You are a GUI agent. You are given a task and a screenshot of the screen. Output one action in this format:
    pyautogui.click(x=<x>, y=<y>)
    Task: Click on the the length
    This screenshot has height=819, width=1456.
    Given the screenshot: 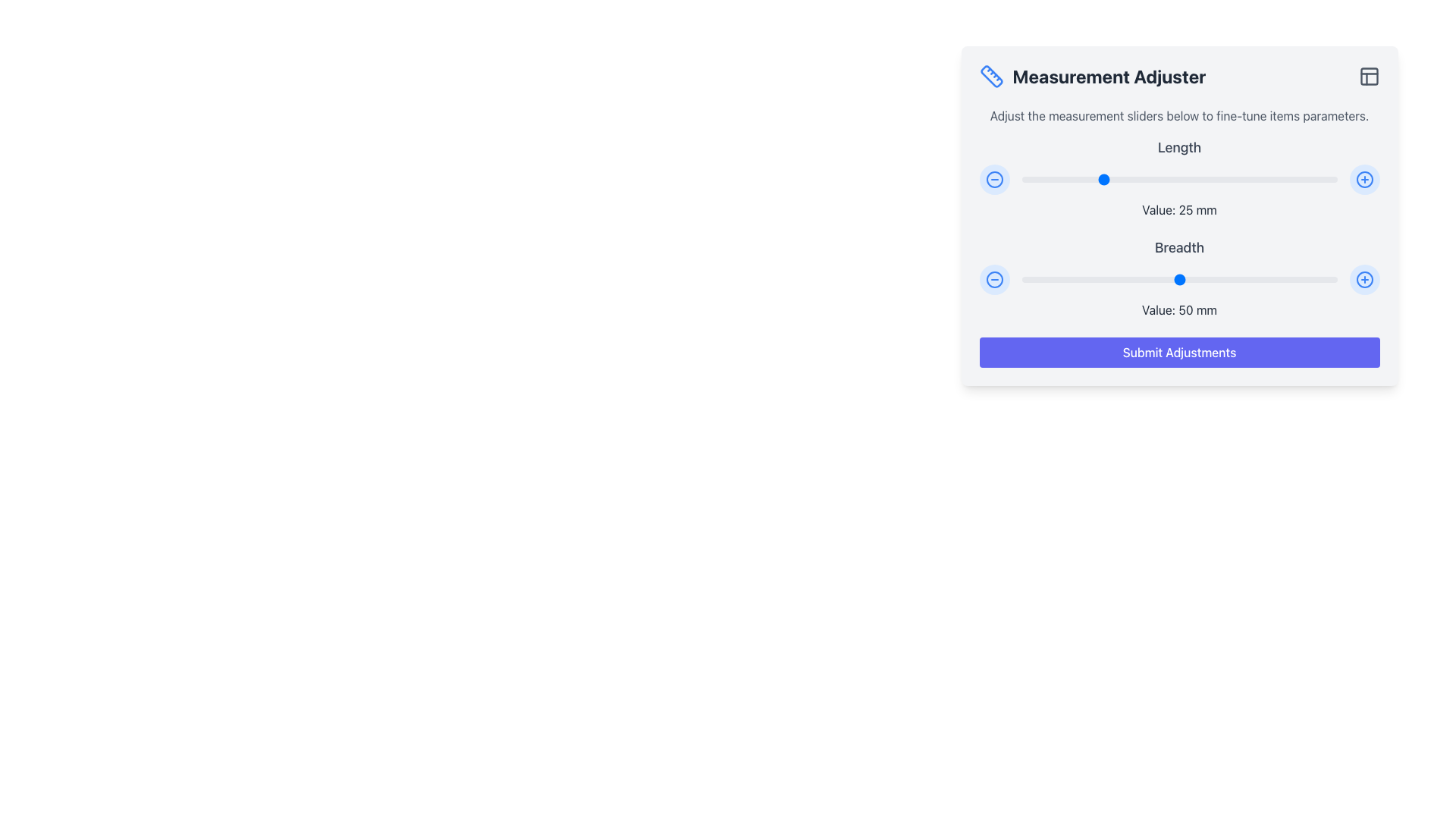 What is the action you would take?
    pyautogui.click(x=1172, y=178)
    